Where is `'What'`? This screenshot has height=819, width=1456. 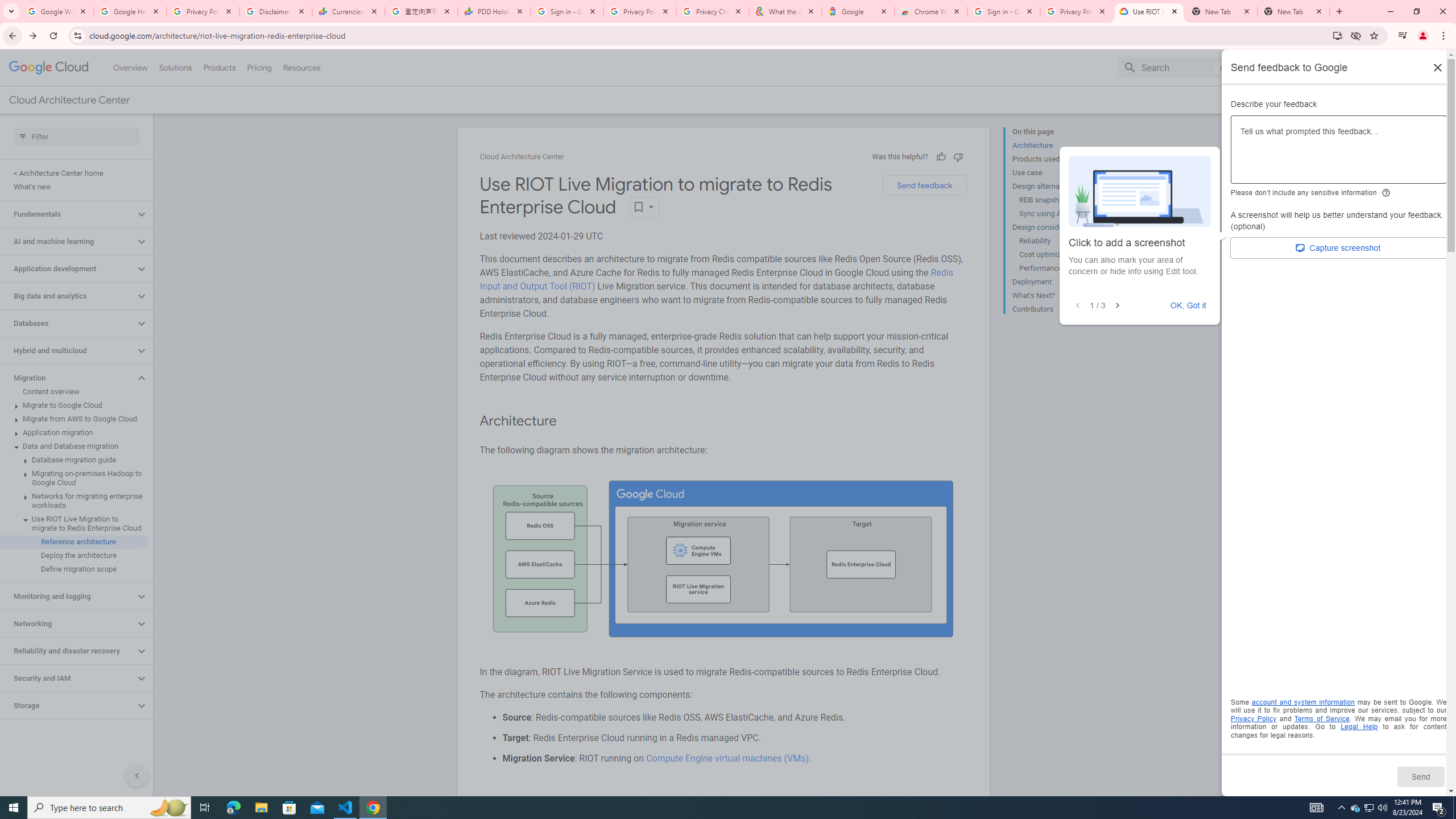
'What' is located at coordinates (1058, 295).